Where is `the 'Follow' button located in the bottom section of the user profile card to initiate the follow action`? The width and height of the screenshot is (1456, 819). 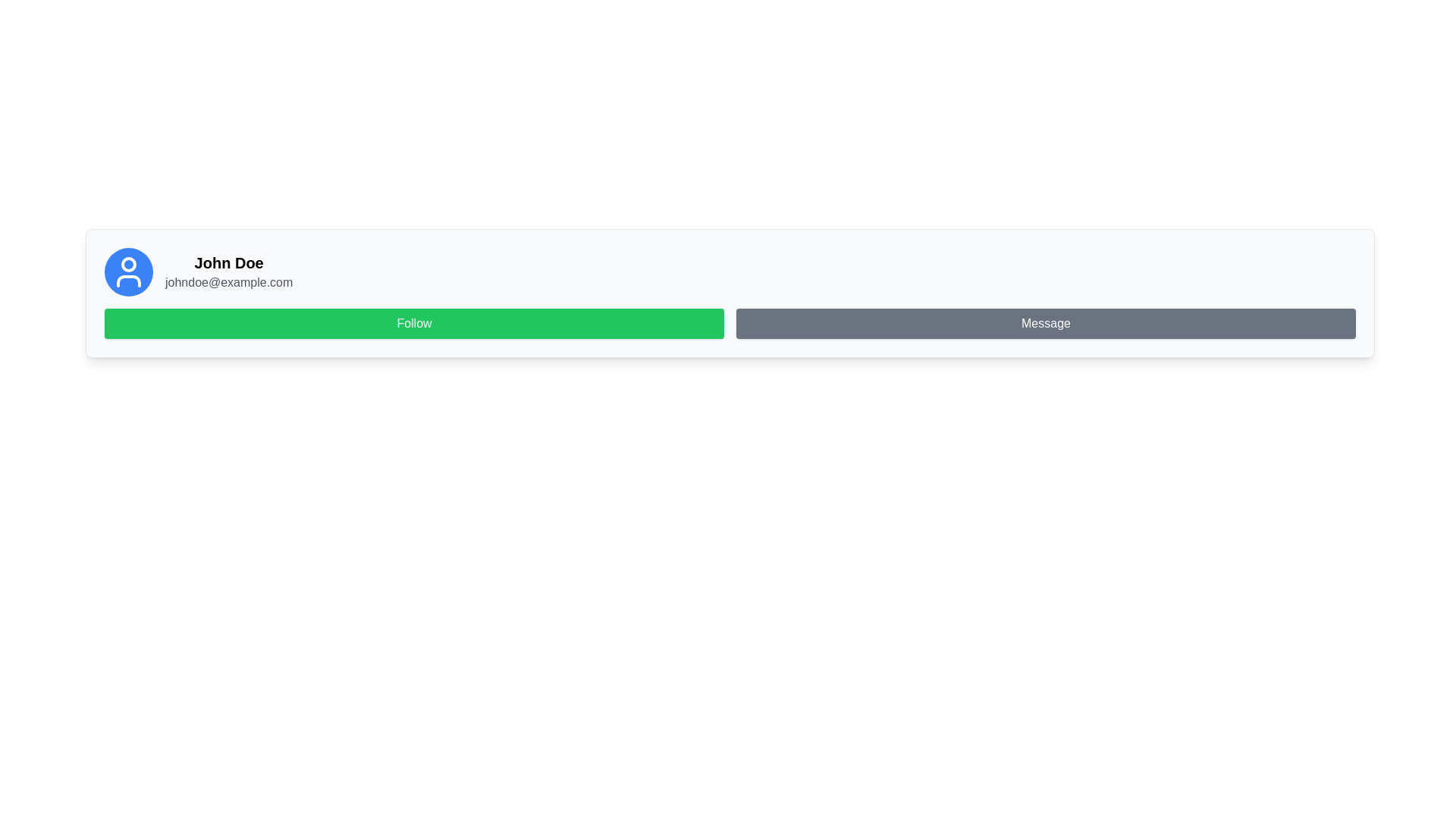
the 'Follow' button located in the bottom section of the user profile card to initiate the follow action is located at coordinates (414, 323).